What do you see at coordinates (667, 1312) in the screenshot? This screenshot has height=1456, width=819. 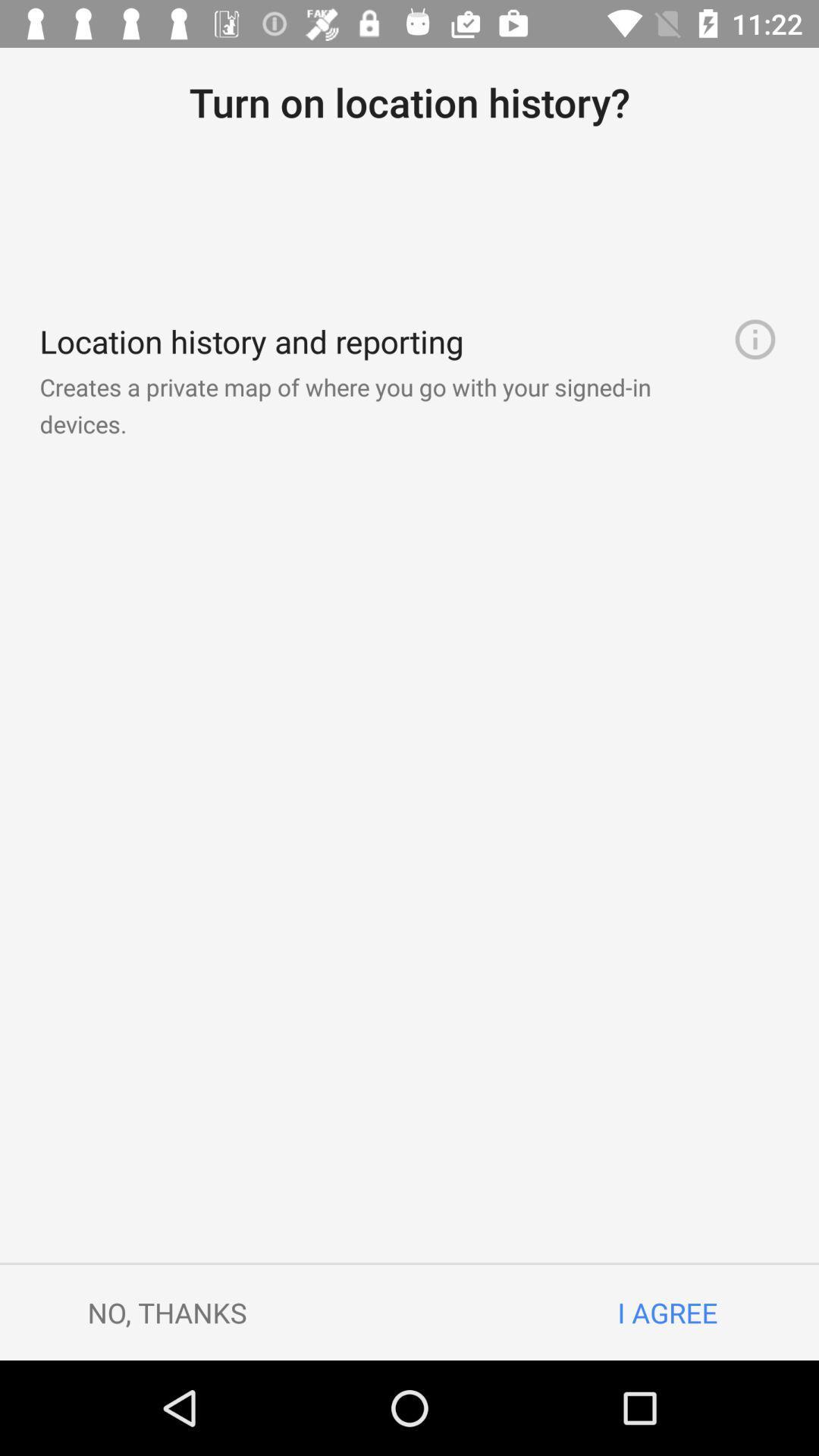 I see `the icon at the bottom right corner` at bounding box center [667, 1312].